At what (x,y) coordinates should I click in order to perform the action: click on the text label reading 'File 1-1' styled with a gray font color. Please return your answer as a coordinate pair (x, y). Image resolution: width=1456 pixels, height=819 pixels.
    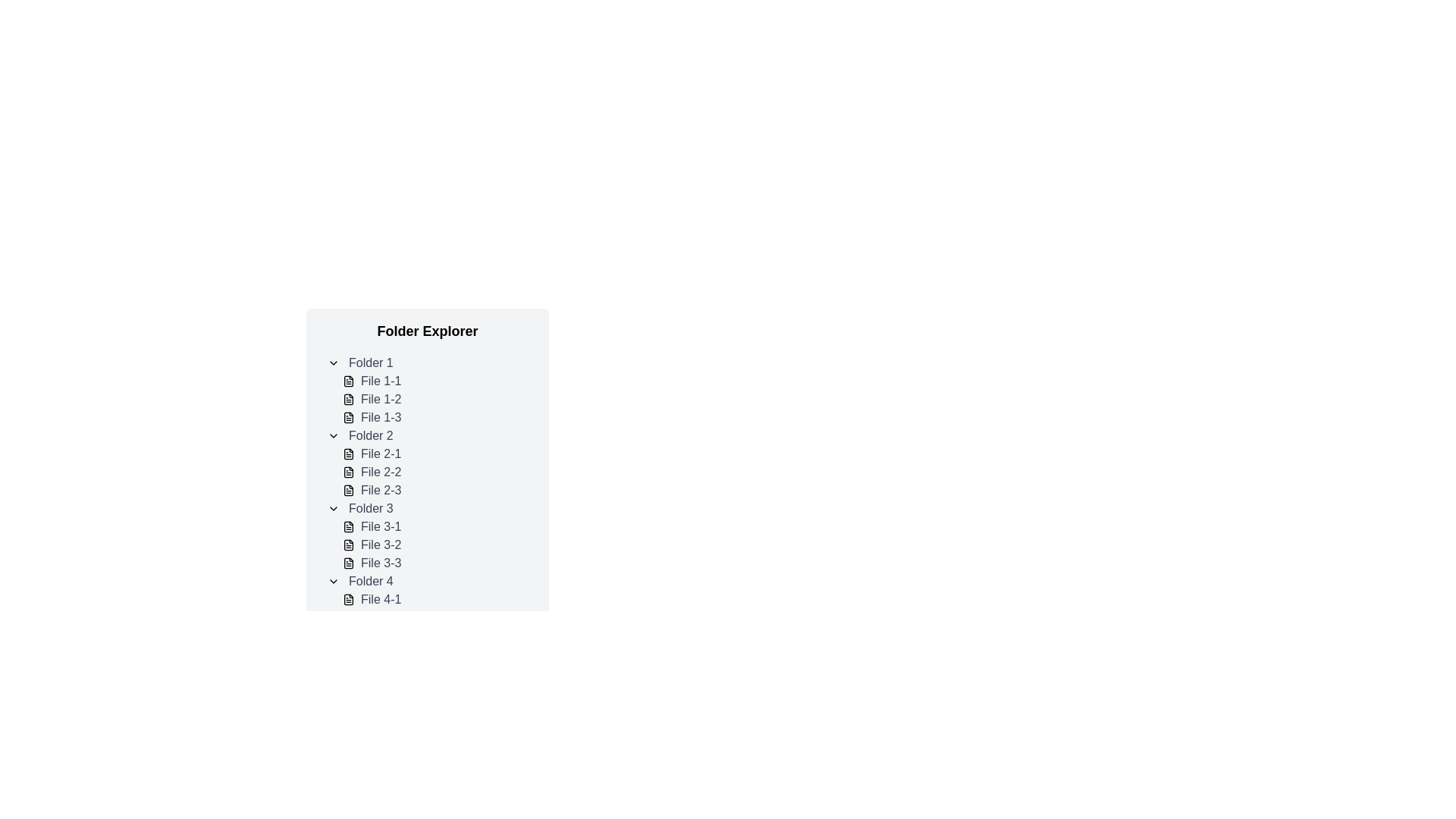
    Looking at the image, I should click on (381, 380).